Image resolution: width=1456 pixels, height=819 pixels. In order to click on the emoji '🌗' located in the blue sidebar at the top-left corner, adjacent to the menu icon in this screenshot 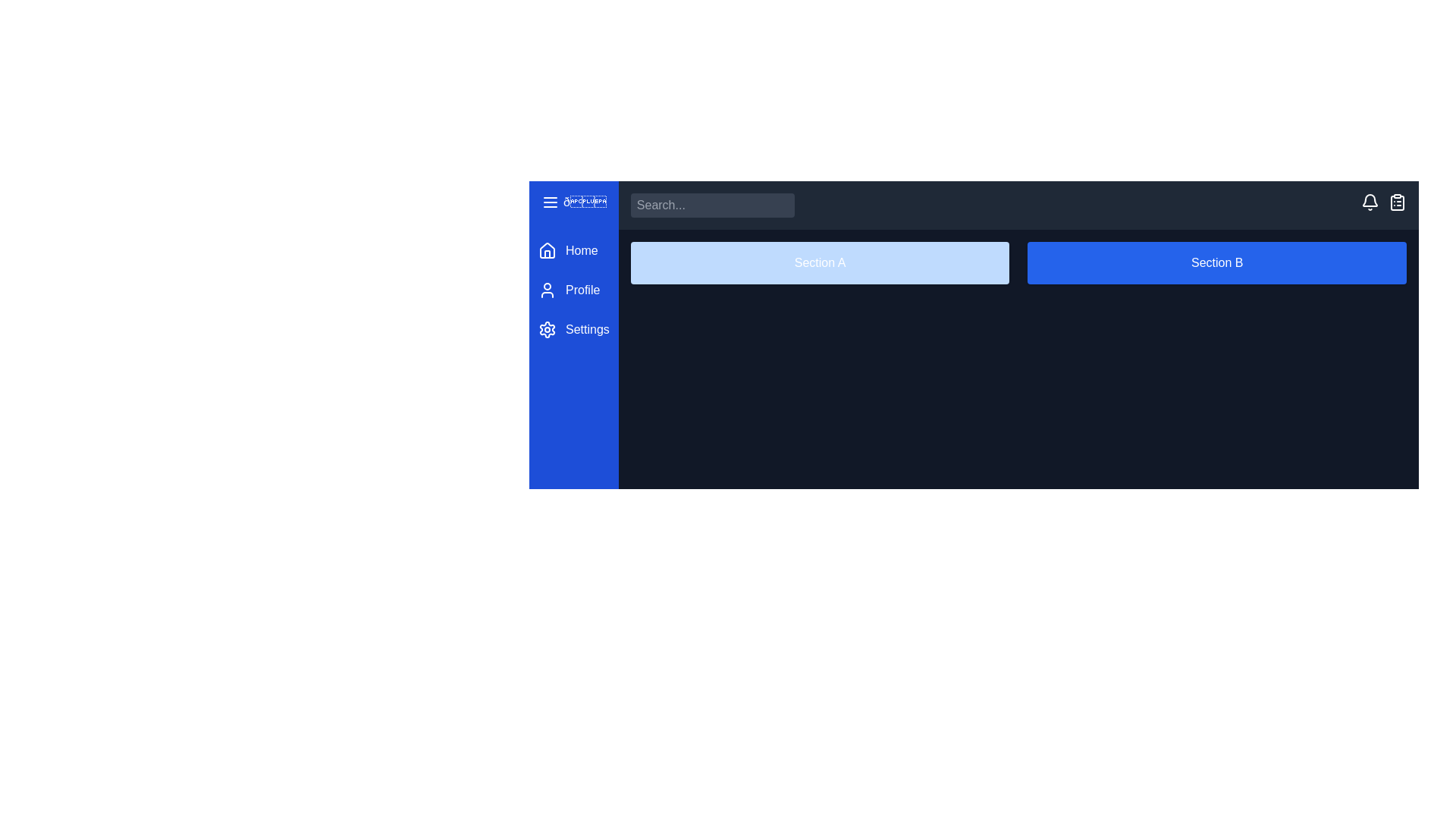, I will do `click(573, 201)`.